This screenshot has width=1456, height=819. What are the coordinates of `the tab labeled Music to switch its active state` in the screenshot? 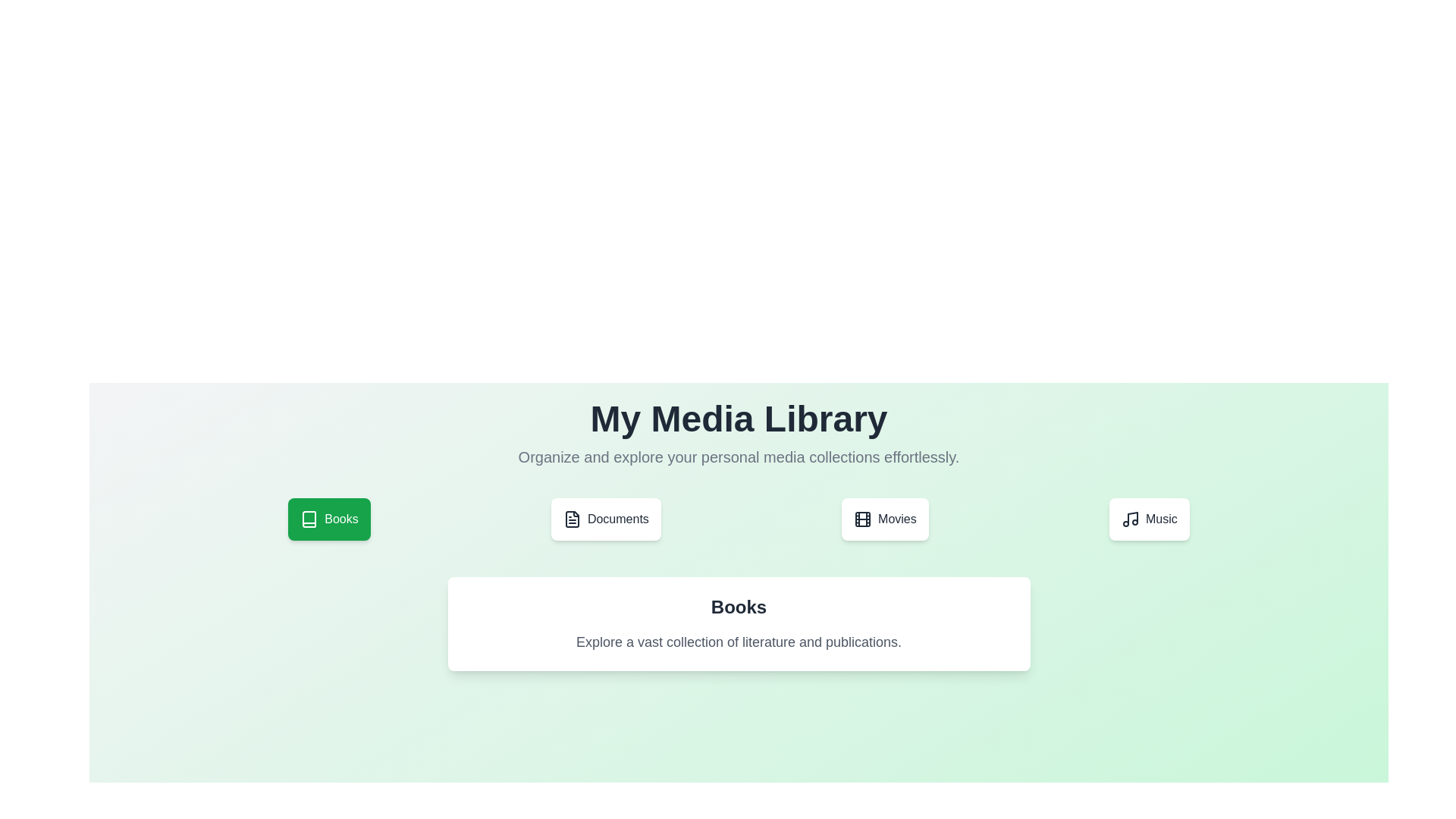 It's located at (1149, 519).